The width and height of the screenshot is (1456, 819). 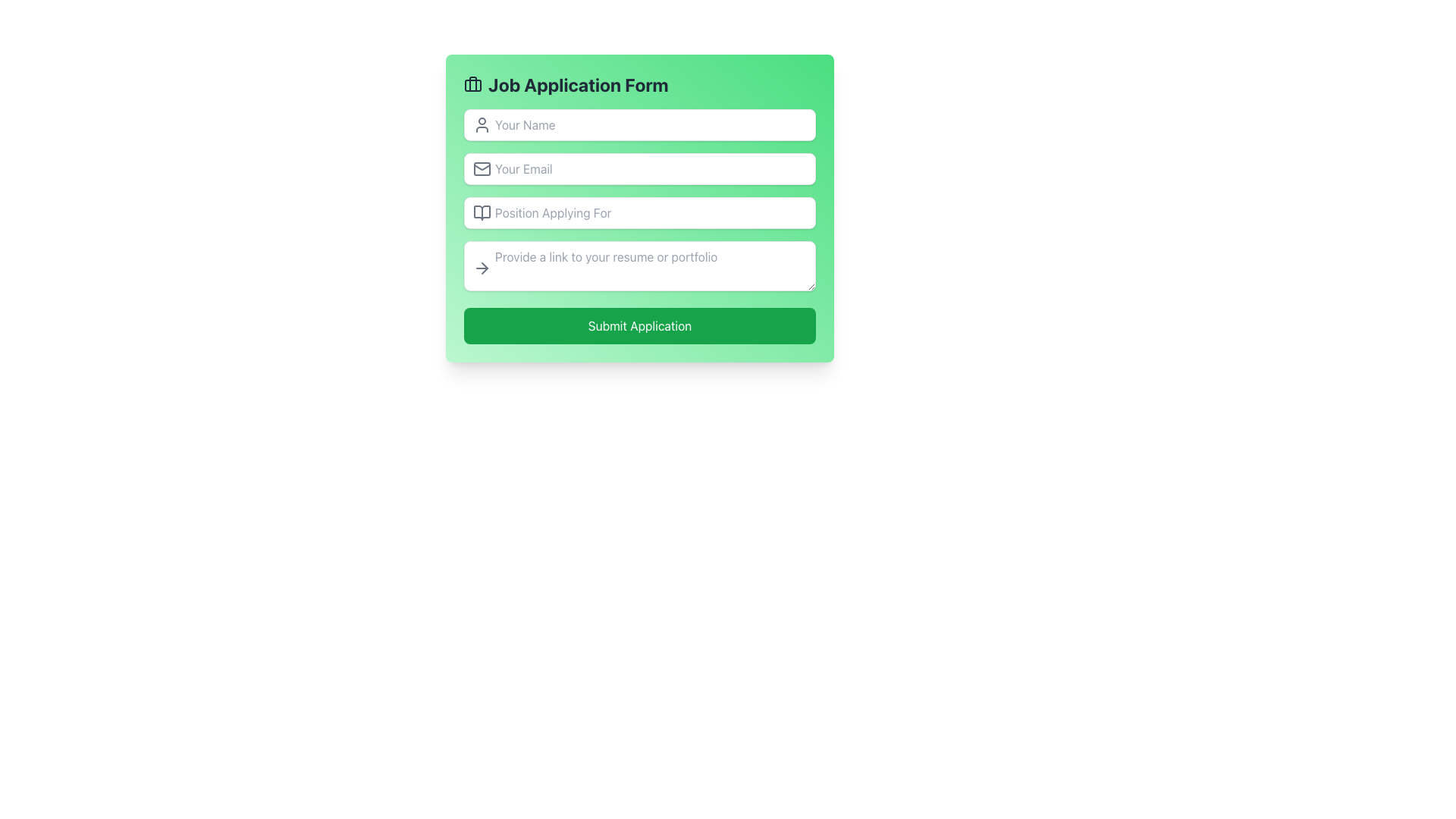 I want to click on the gray arrow icon pointing to the right, which is located adjacent to the input field for providing a resume or portfolio link in the Job Application Form, so click(x=481, y=268).